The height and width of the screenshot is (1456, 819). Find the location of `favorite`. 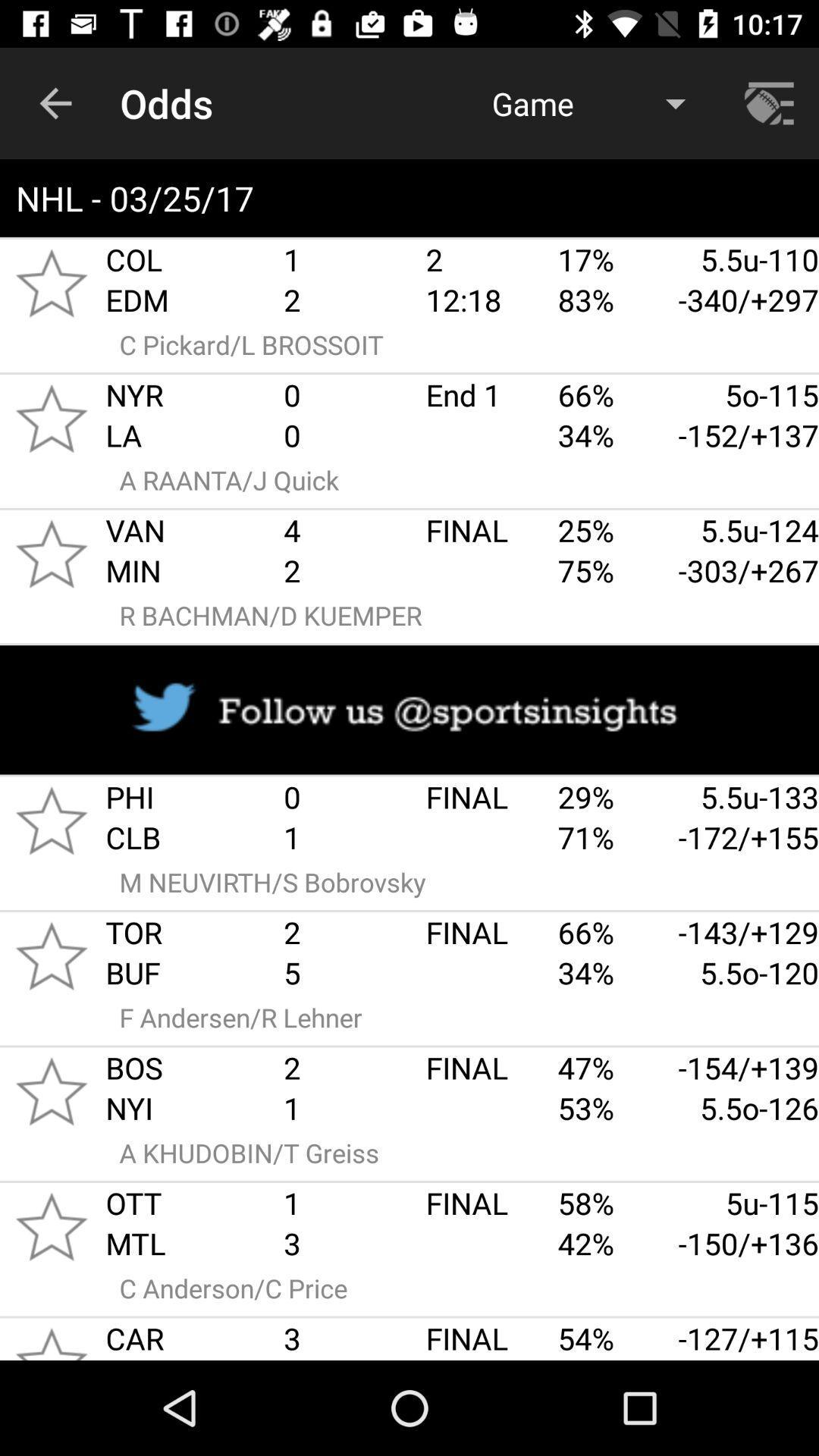

favorite is located at coordinates (51, 1339).